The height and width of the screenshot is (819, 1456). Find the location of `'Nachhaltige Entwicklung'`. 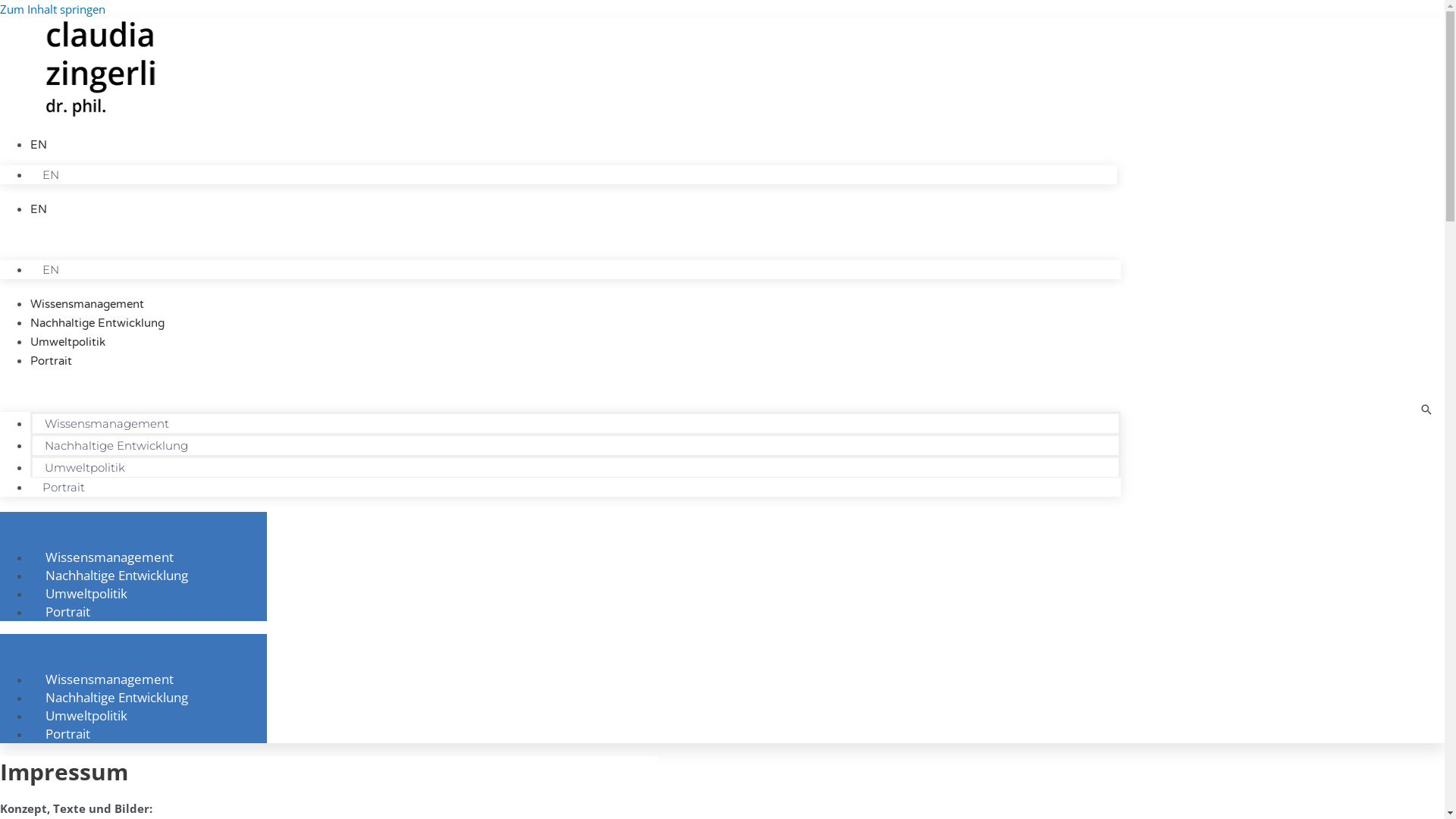

'Nachhaltige Entwicklung' is located at coordinates (115, 696).